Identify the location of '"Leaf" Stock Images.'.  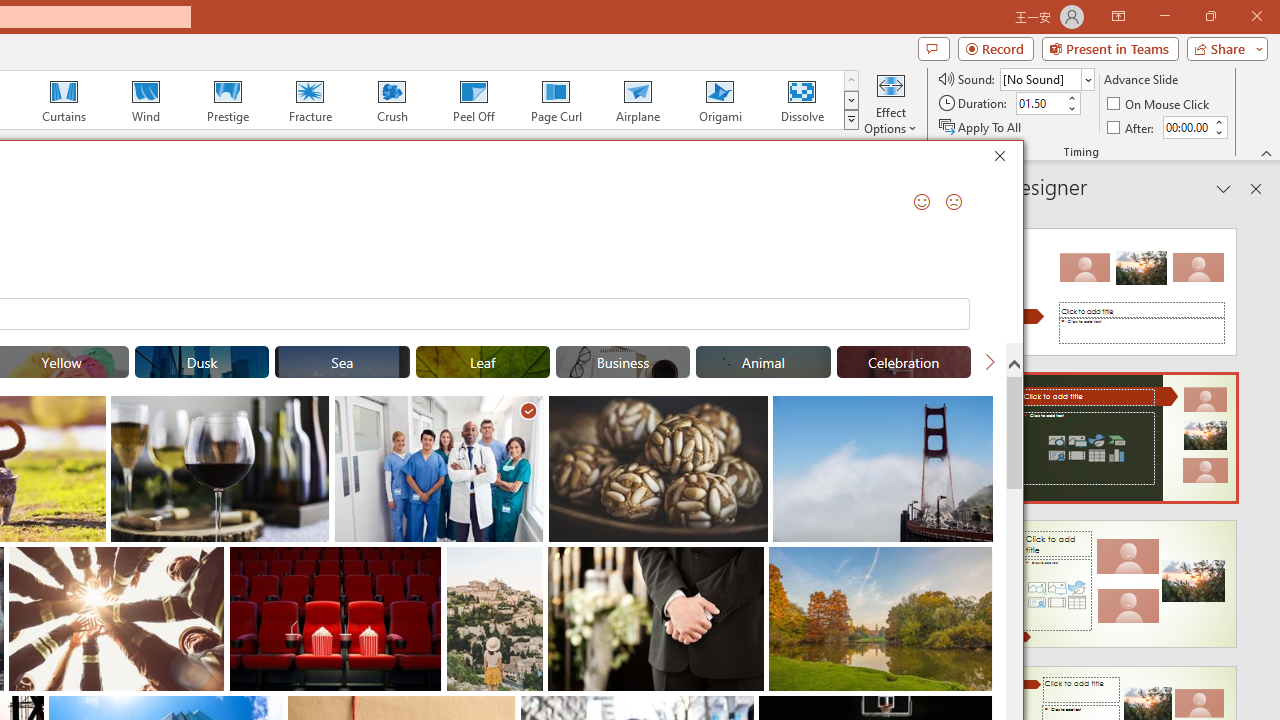
(483, 362).